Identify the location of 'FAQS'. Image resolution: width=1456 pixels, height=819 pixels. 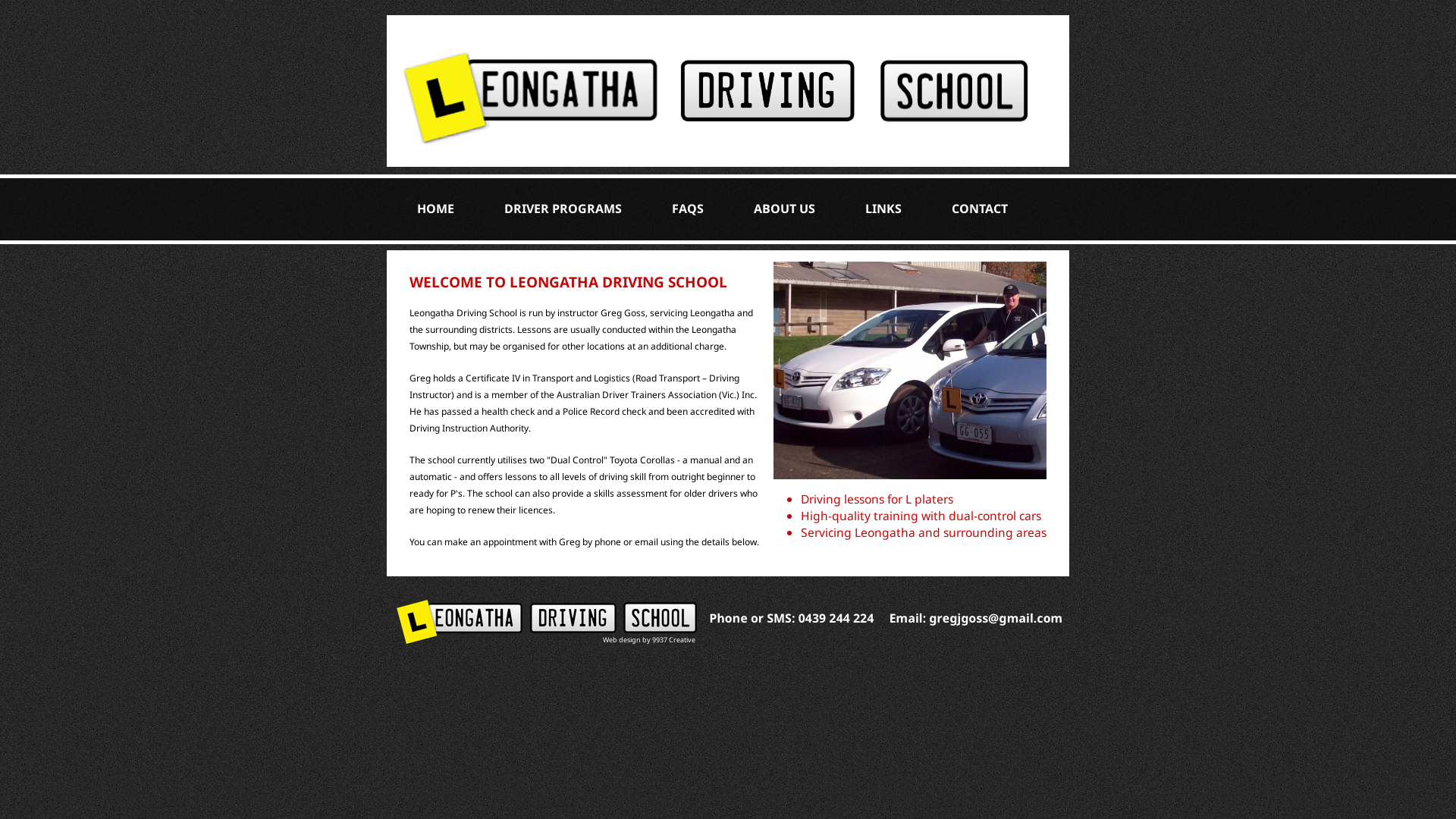
(687, 208).